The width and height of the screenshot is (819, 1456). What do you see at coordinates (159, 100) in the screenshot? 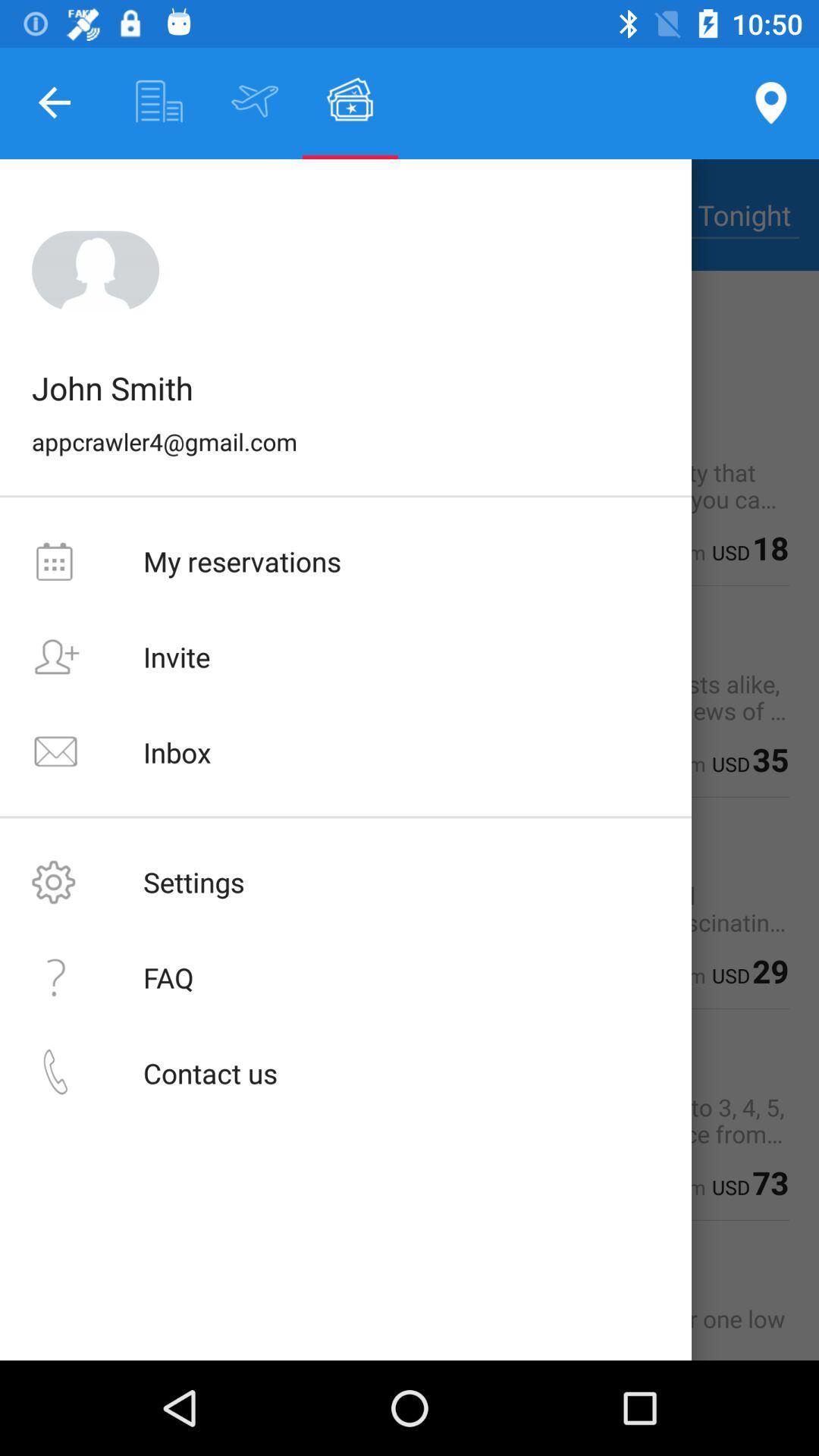
I see `the icon on the right next to button which is on top left corner of the web page` at bounding box center [159, 100].